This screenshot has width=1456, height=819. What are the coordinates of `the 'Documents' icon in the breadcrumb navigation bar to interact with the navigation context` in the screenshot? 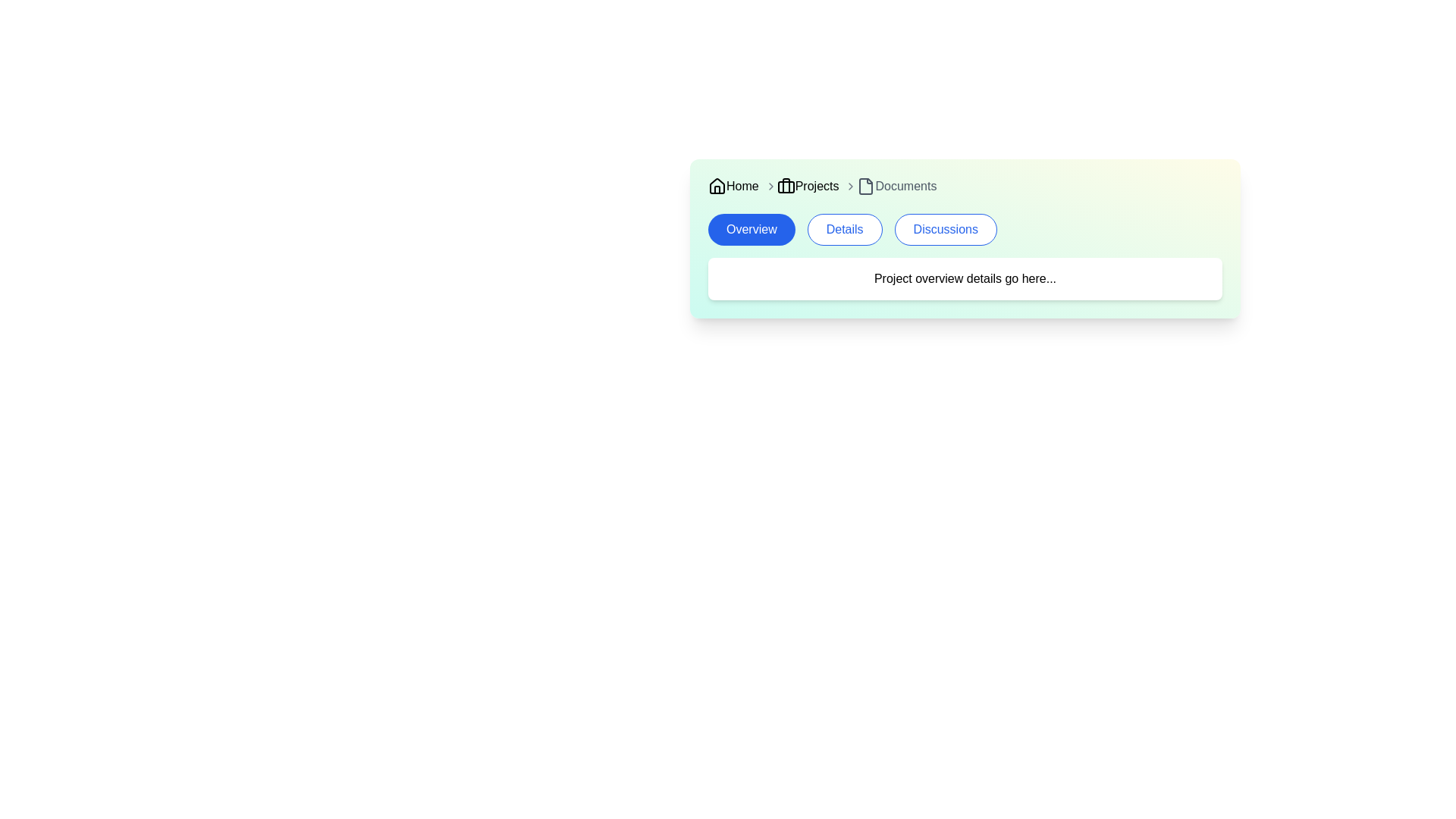 It's located at (866, 186).